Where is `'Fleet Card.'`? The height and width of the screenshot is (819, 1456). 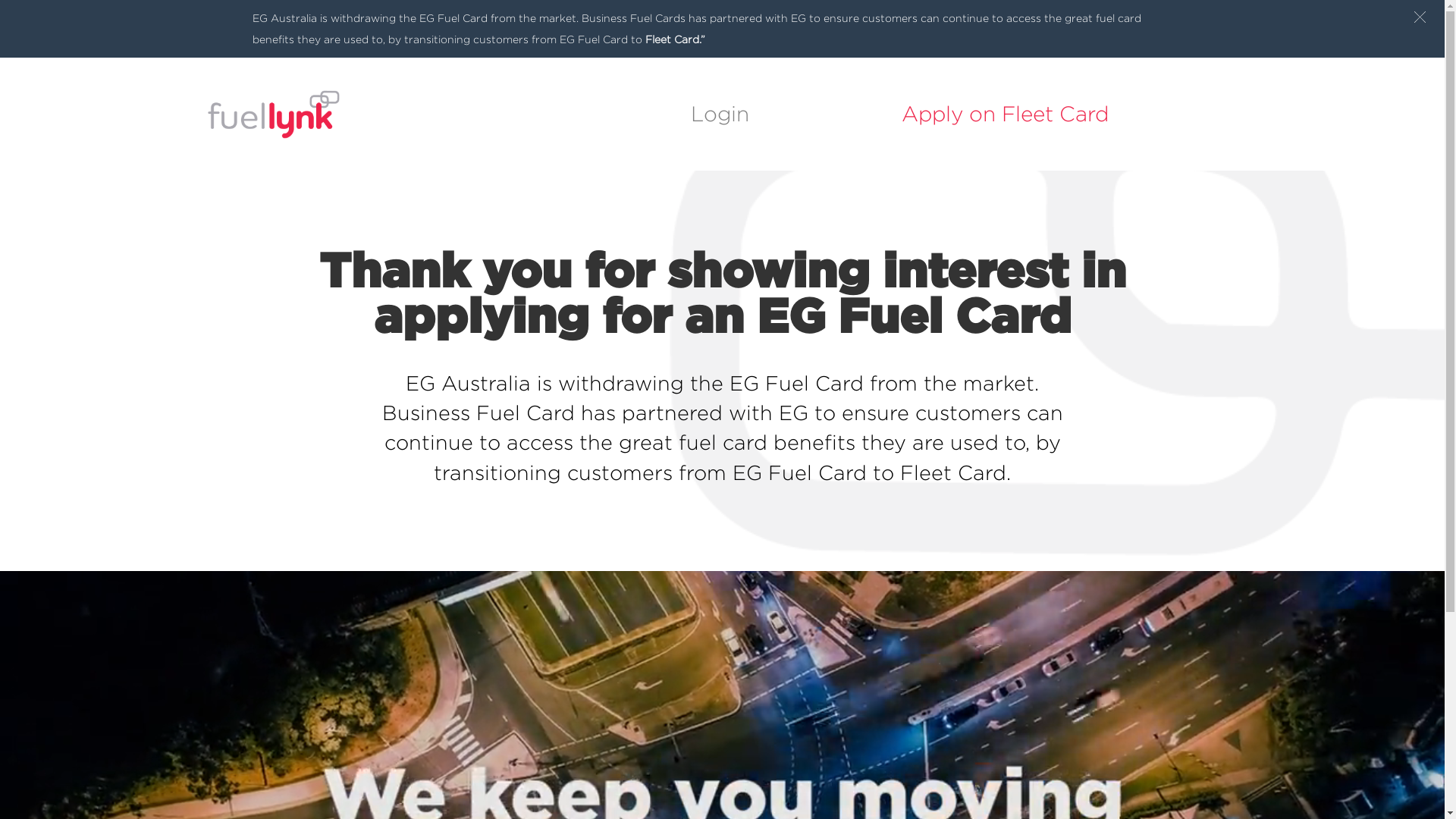
'Fleet Card.' is located at coordinates (671, 38).